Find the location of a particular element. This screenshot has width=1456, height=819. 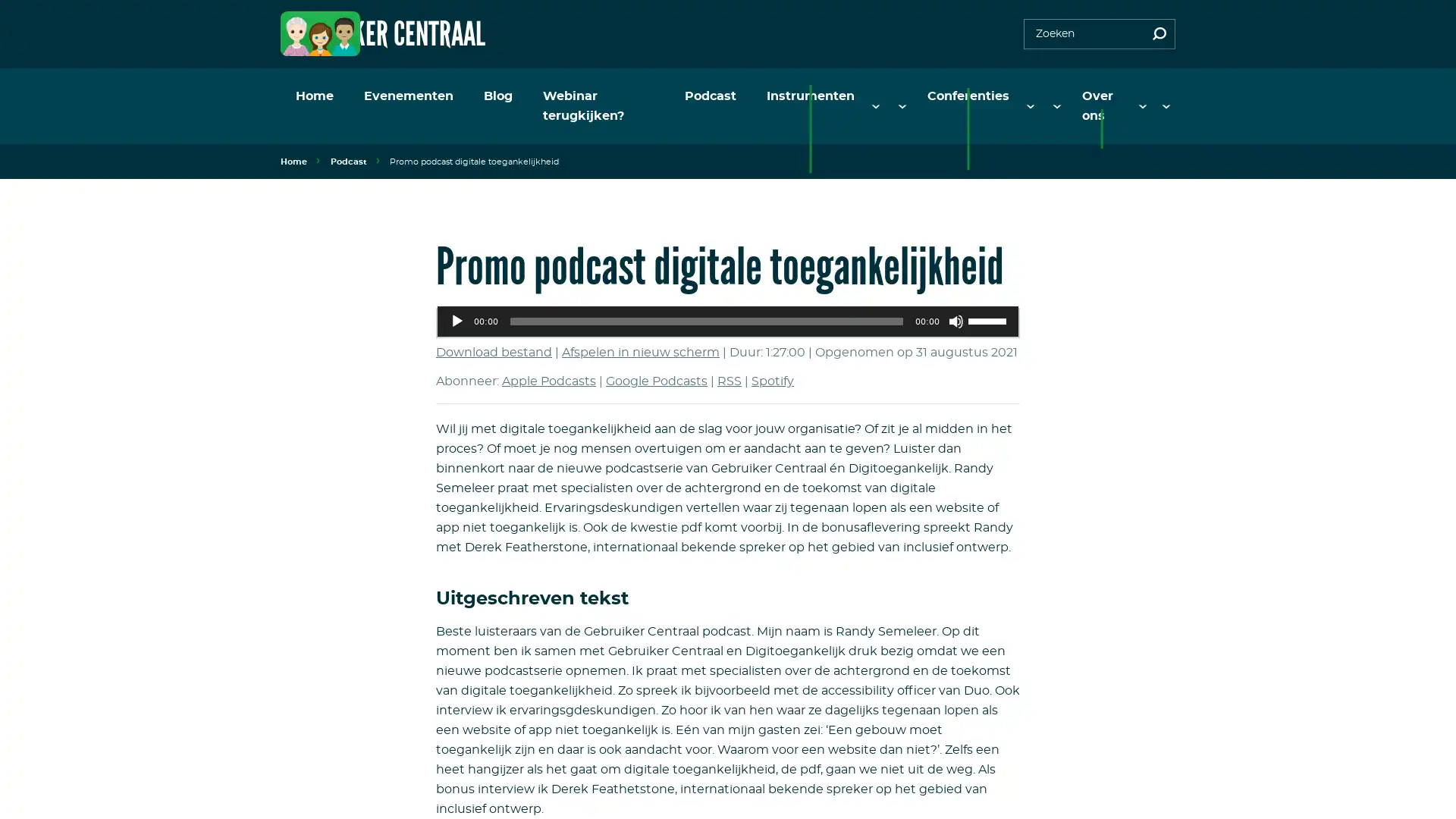

Toon submenu voor Over ons is located at coordinates (1146, 96).